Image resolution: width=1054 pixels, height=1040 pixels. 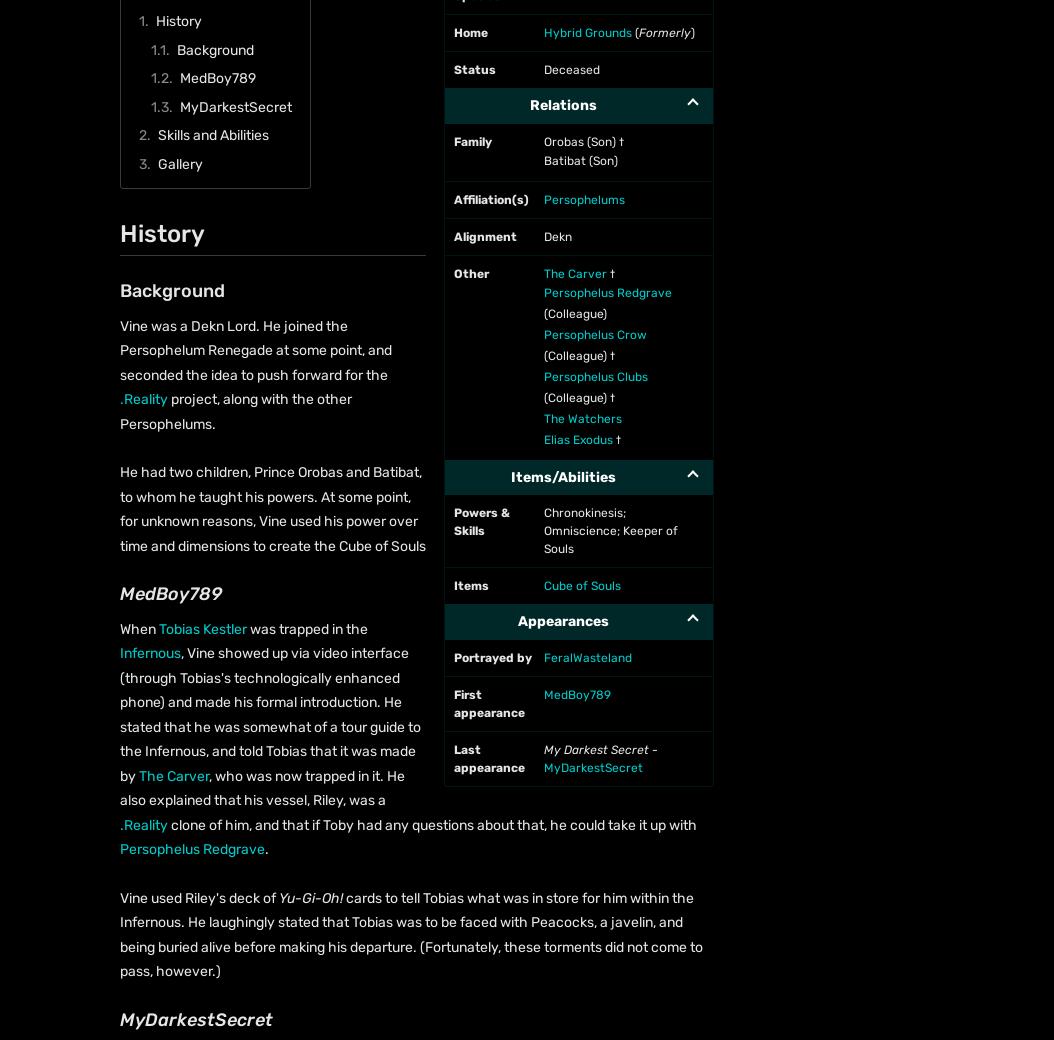 What do you see at coordinates (83, 766) in the screenshot?
I see `'Take your favorite fandoms with you and never miss a beat.'` at bounding box center [83, 766].